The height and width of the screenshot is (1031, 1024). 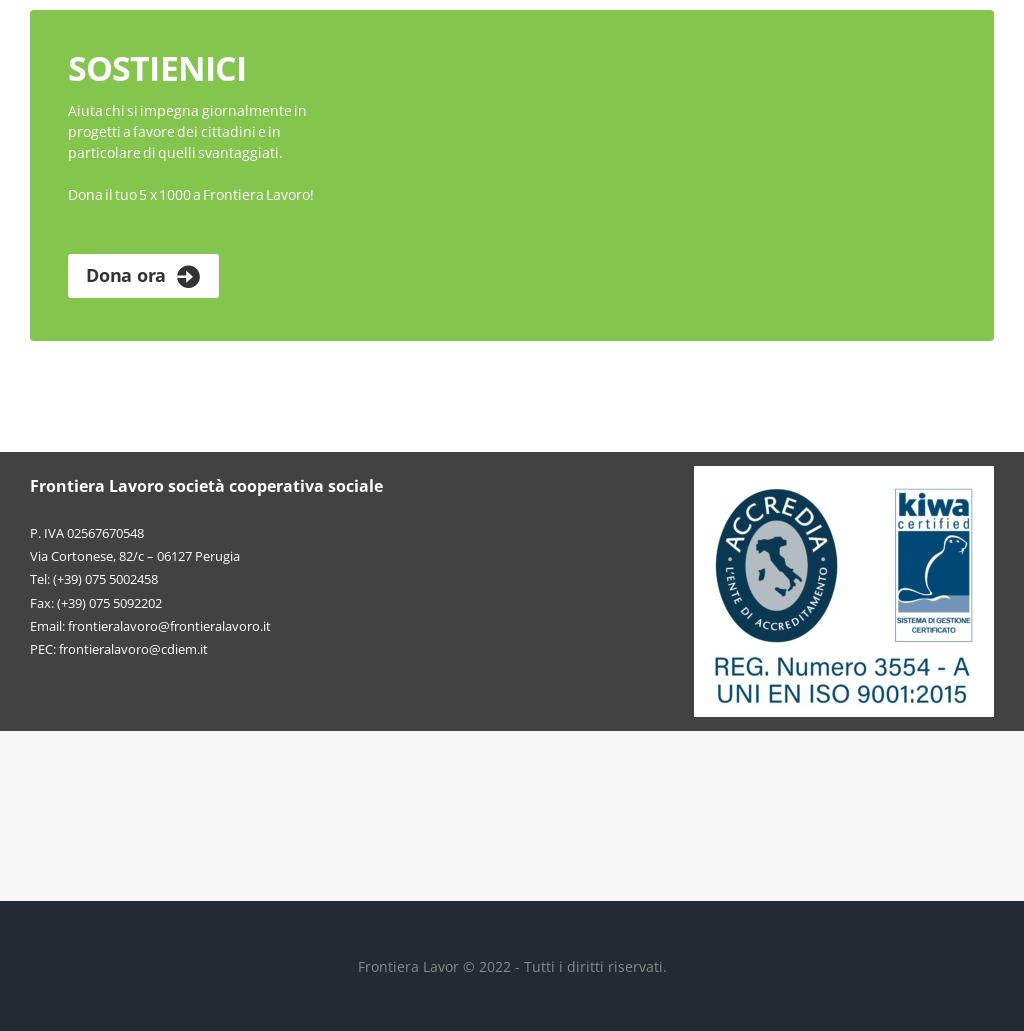 What do you see at coordinates (132, 647) in the screenshot?
I see `'frontieralavoro@cdiem.it'` at bounding box center [132, 647].